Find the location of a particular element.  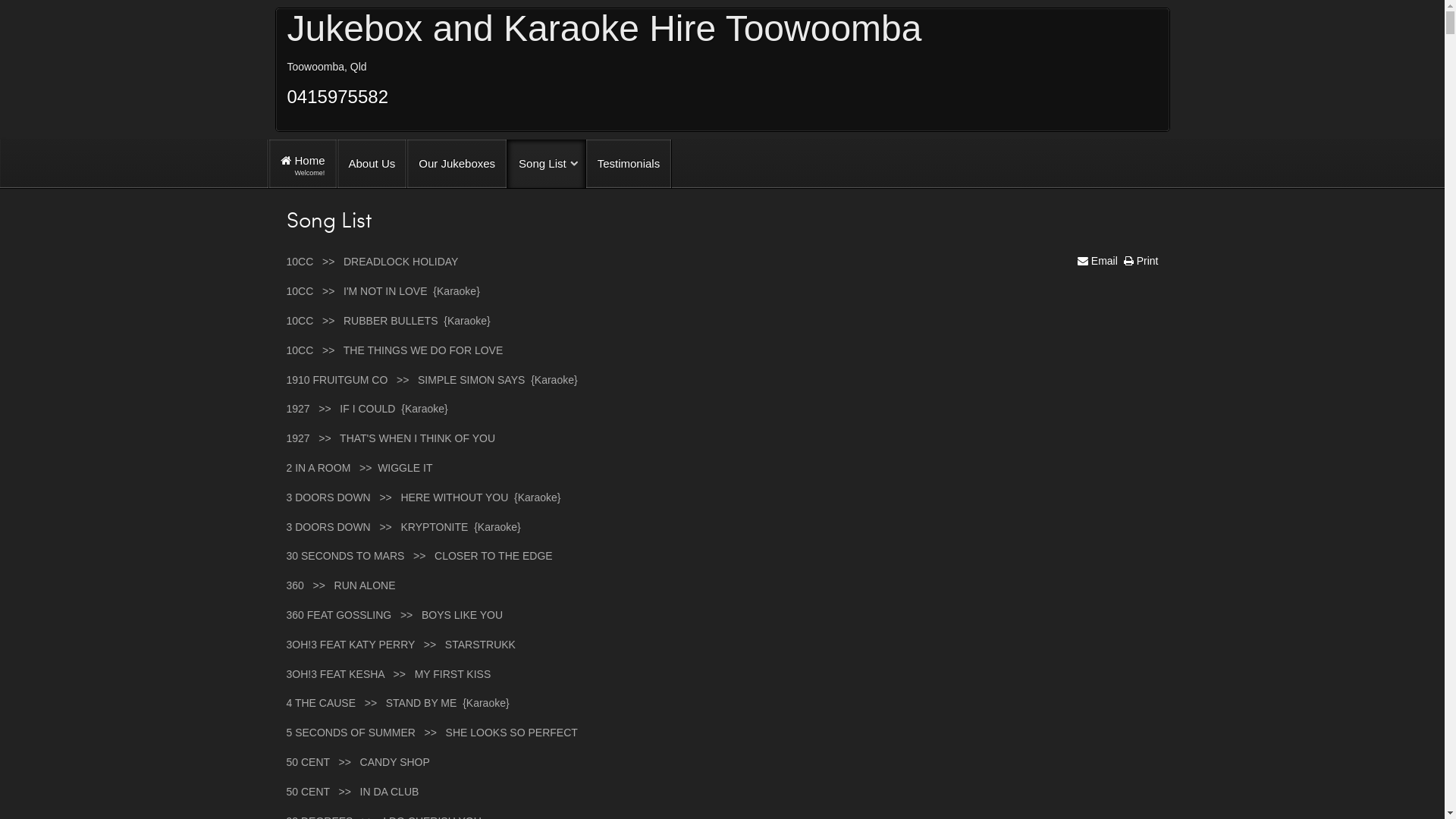

'About Us' is located at coordinates (372, 164).